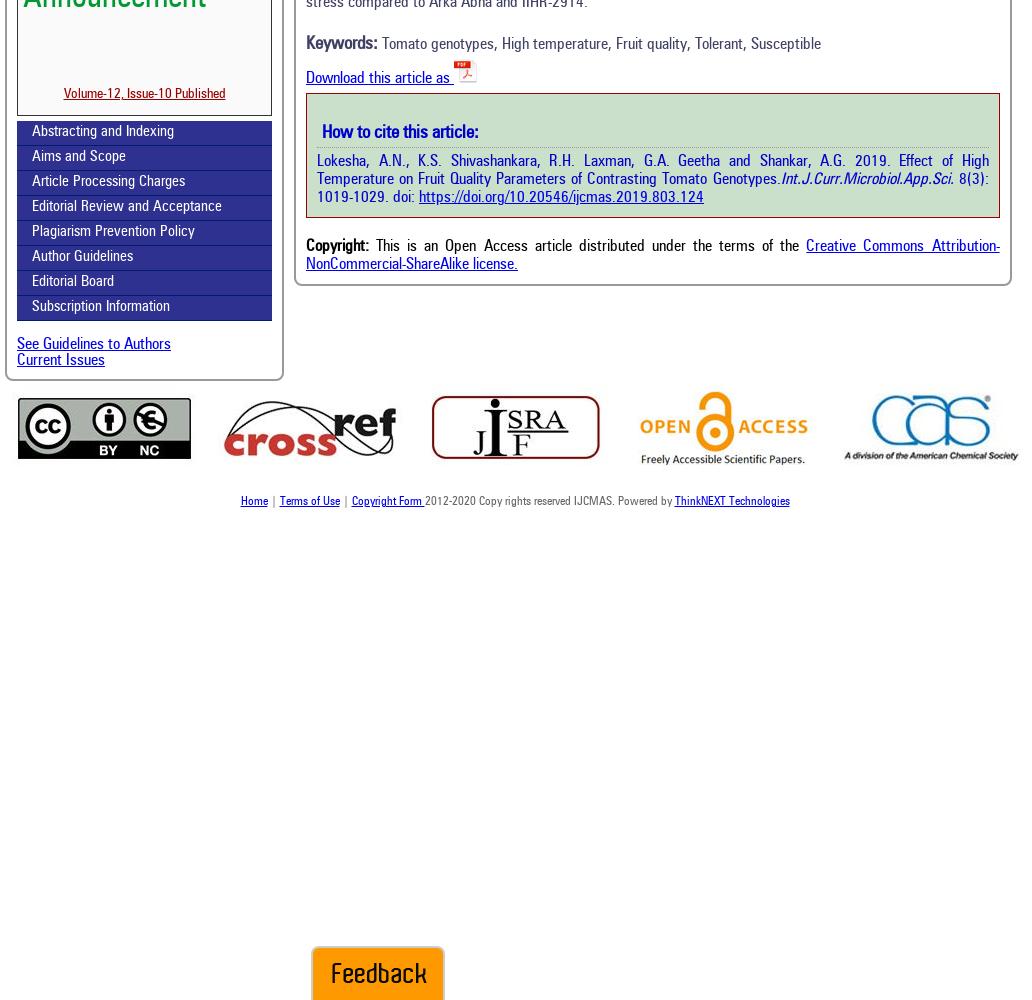 The width and height of the screenshot is (1032, 1000). What do you see at coordinates (142, 146) in the screenshot?
I see `'Call for paper-Vol-12, Issue 11- November 2023'` at bounding box center [142, 146].